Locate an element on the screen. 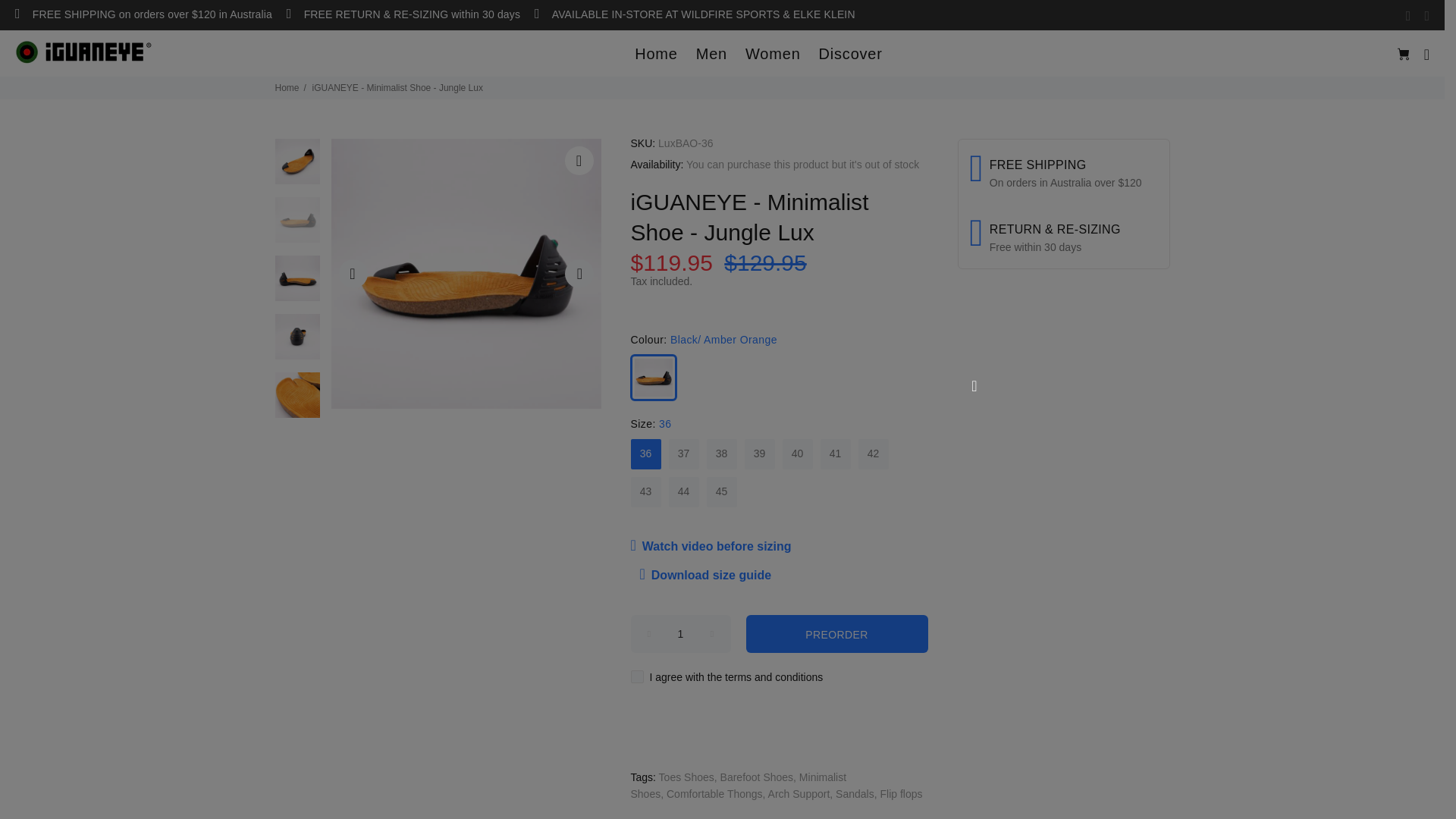 Image resolution: width=1456 pixels, height=819 pixels. 'Sandals' is located at coordinates (835, 792).